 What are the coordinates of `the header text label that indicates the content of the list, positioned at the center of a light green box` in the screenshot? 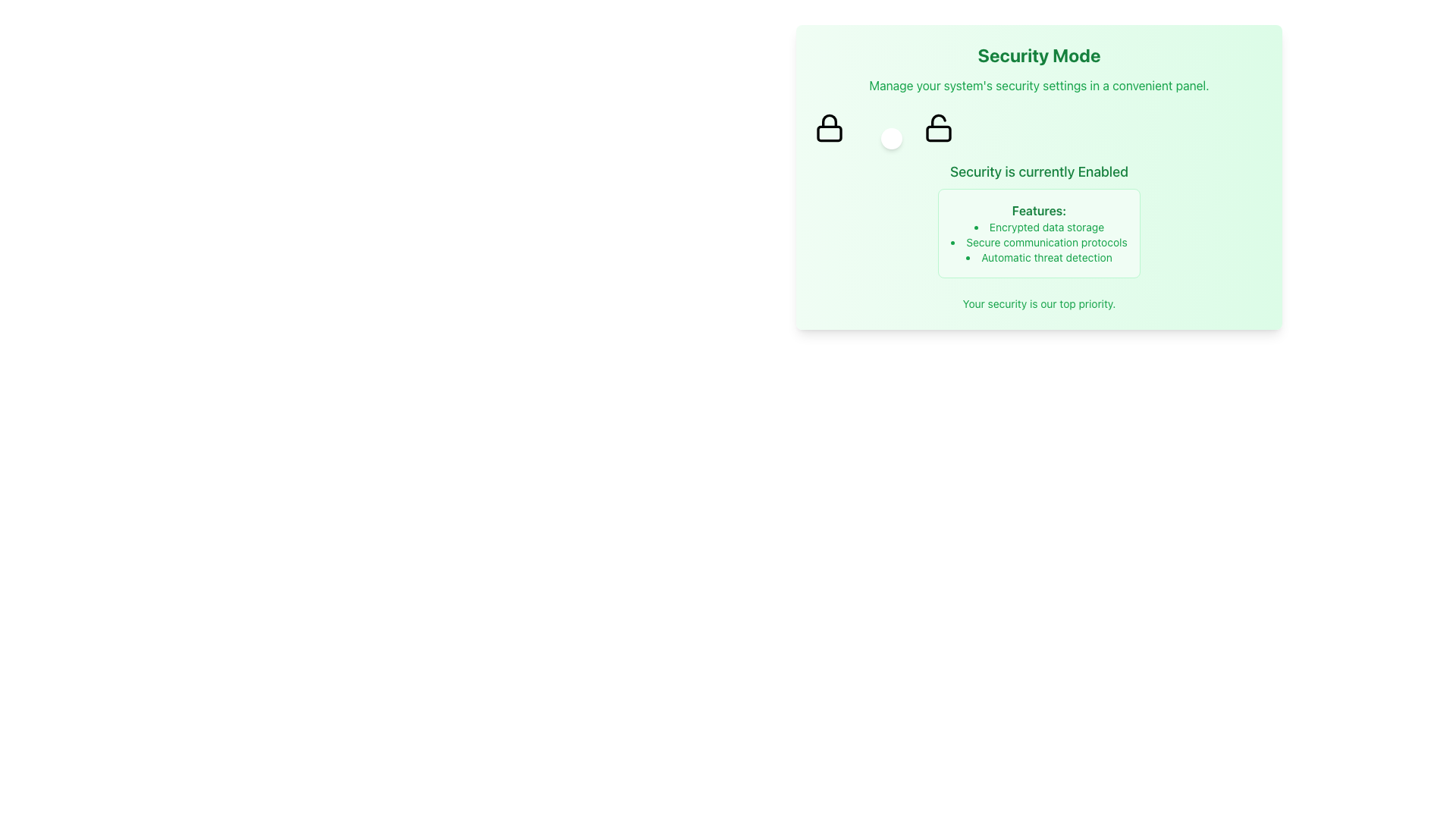 It's located at (1038, 210).